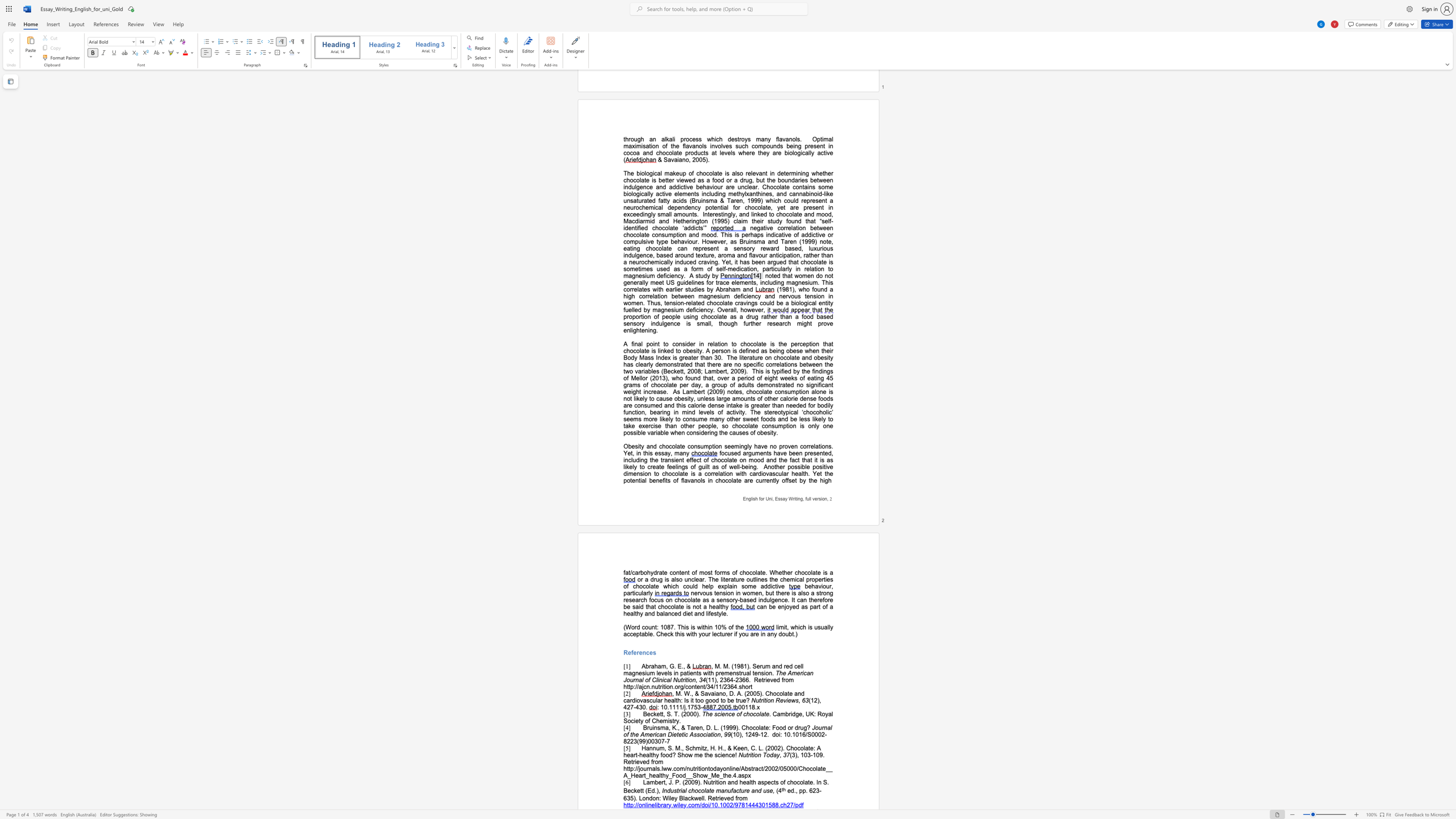  What do you see at coordinates (733, 727) in the screenshot?
I see `the subset text "9). Chocolate: Food or drug?" within the text "Bruinsma, K., & Taren, D. L. (1999). Chocolate: Food or drug?"` at bounding box center [733, 727].